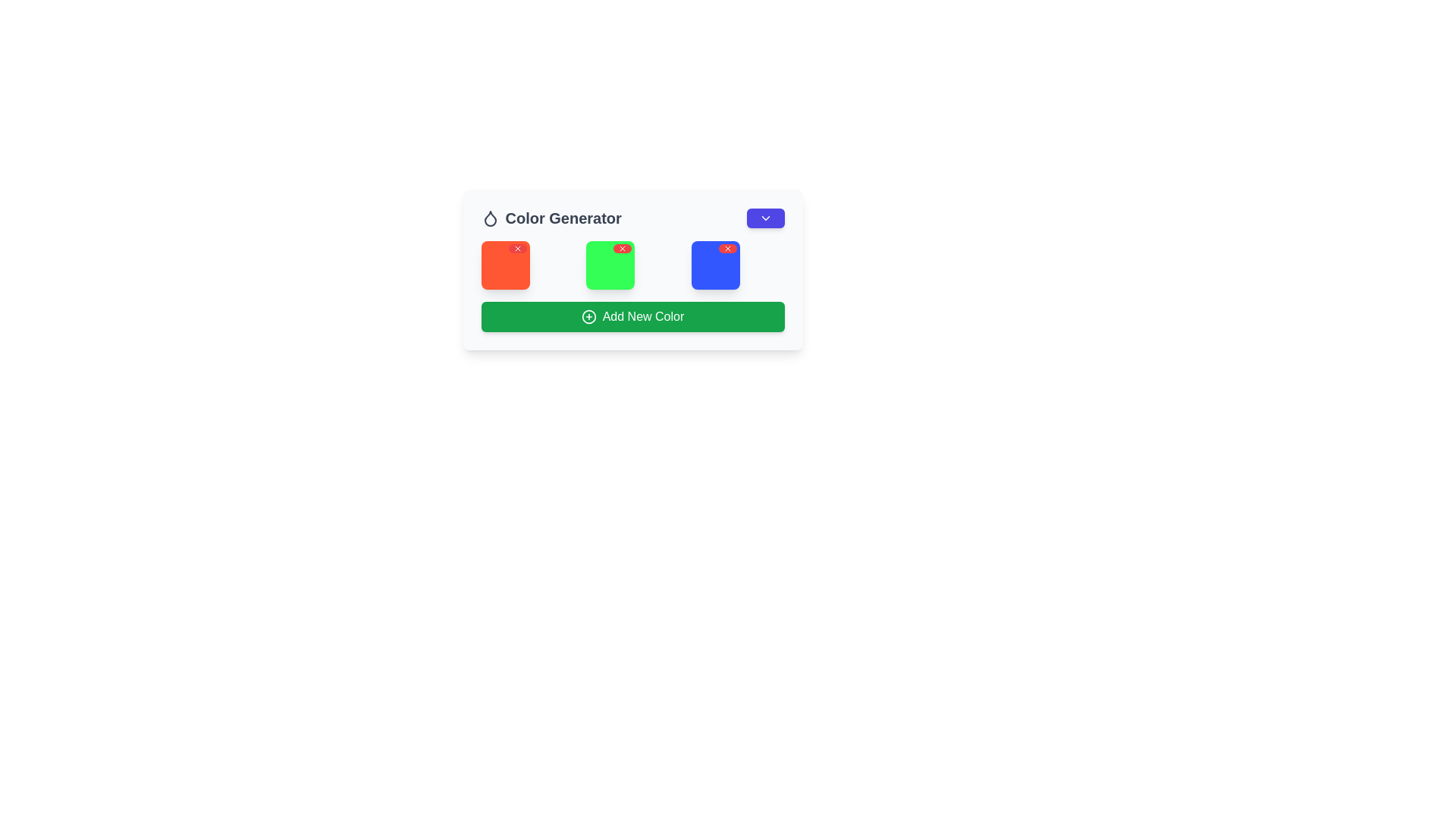 The height and width of the screenshot is (819, 1456). I want to click on the chevron icon located at the top-right corner of the 'Color Generator' section, so click(765, 218).